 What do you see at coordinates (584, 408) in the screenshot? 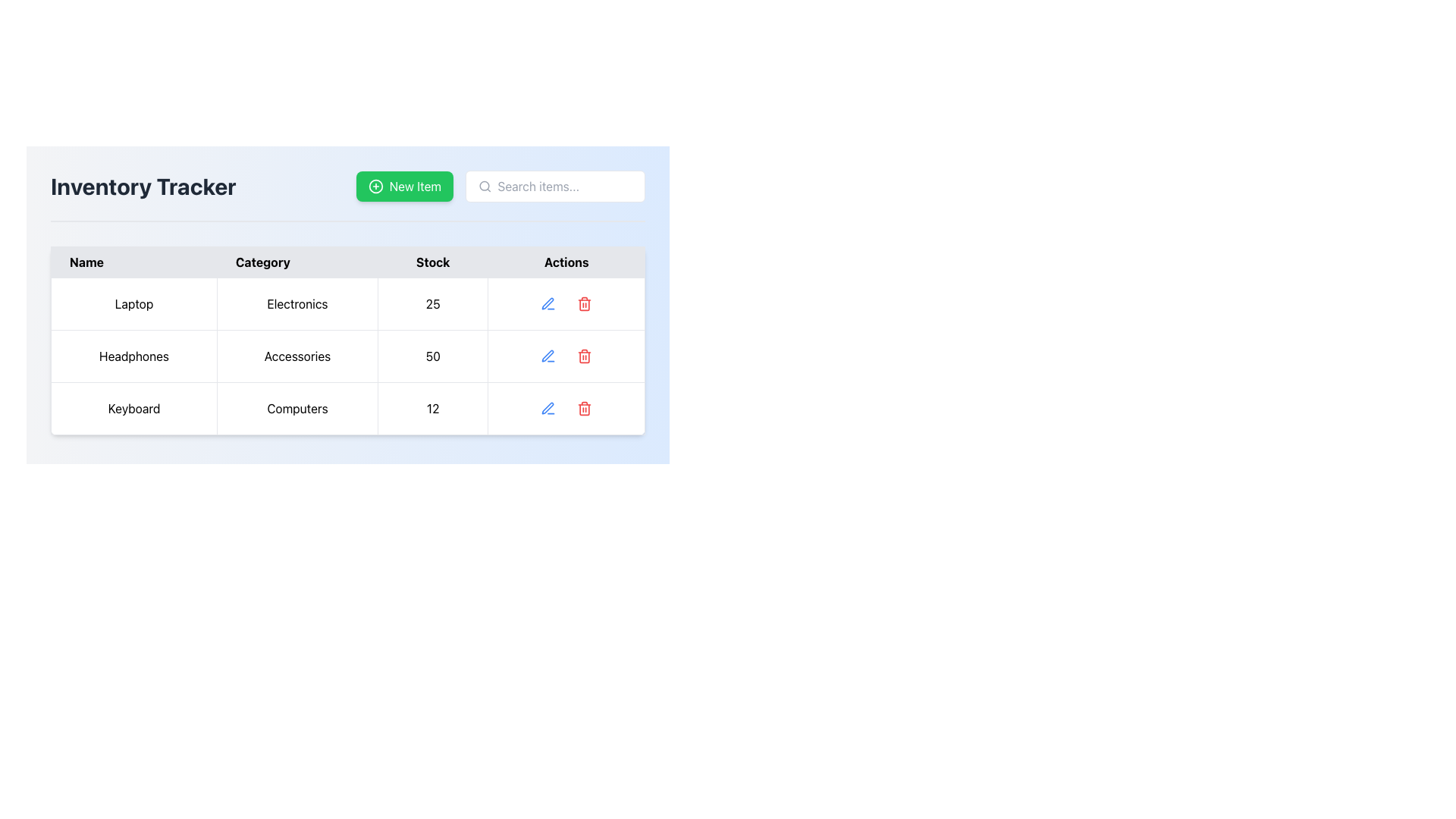
I see `the delete action icon, which is the third interactive icon in the last row under the 'Actions' column` at bounding box center [584, 408].